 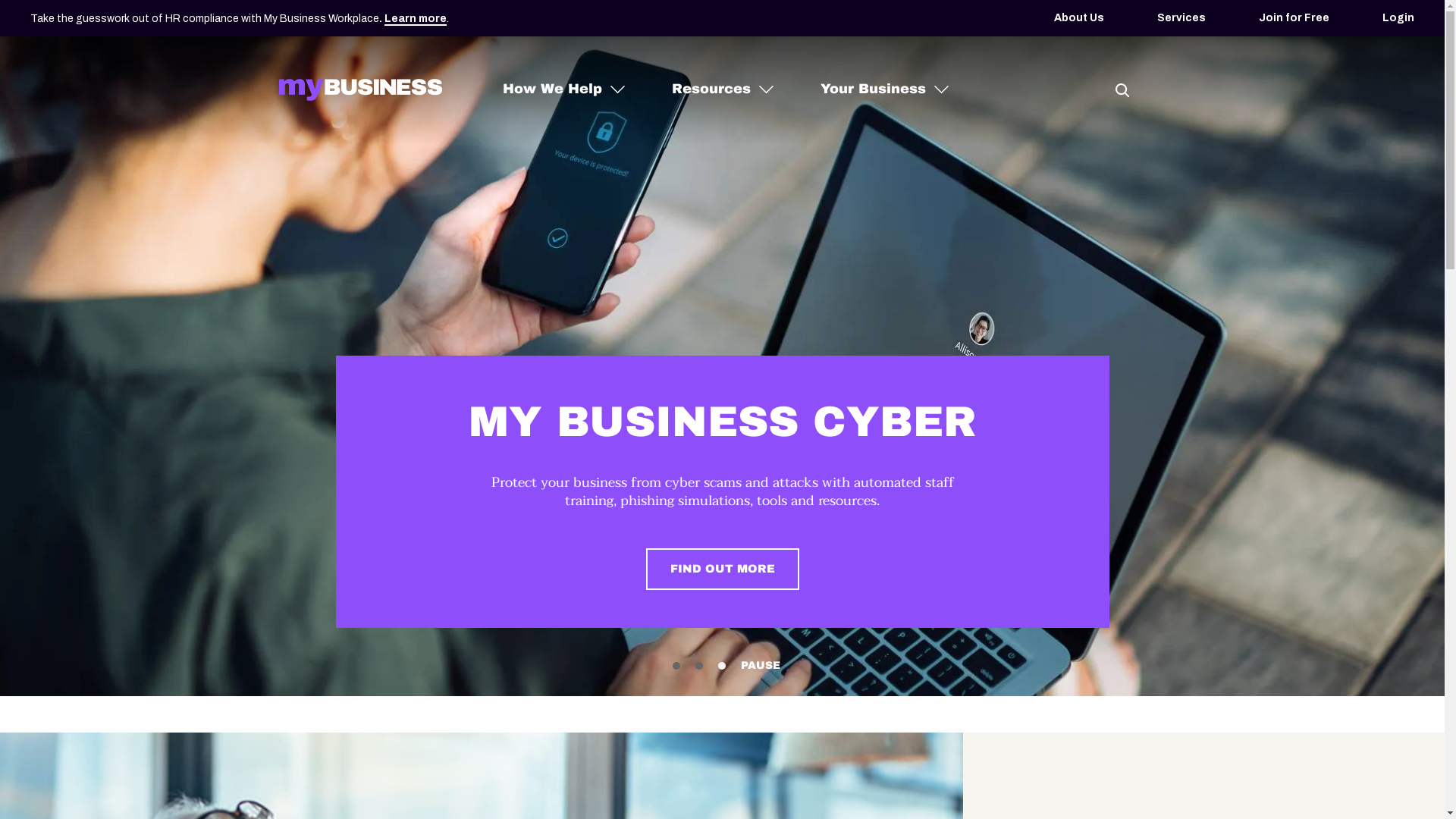 I want to click on 'FIND OUT MORE', so click(x=722, y=569).